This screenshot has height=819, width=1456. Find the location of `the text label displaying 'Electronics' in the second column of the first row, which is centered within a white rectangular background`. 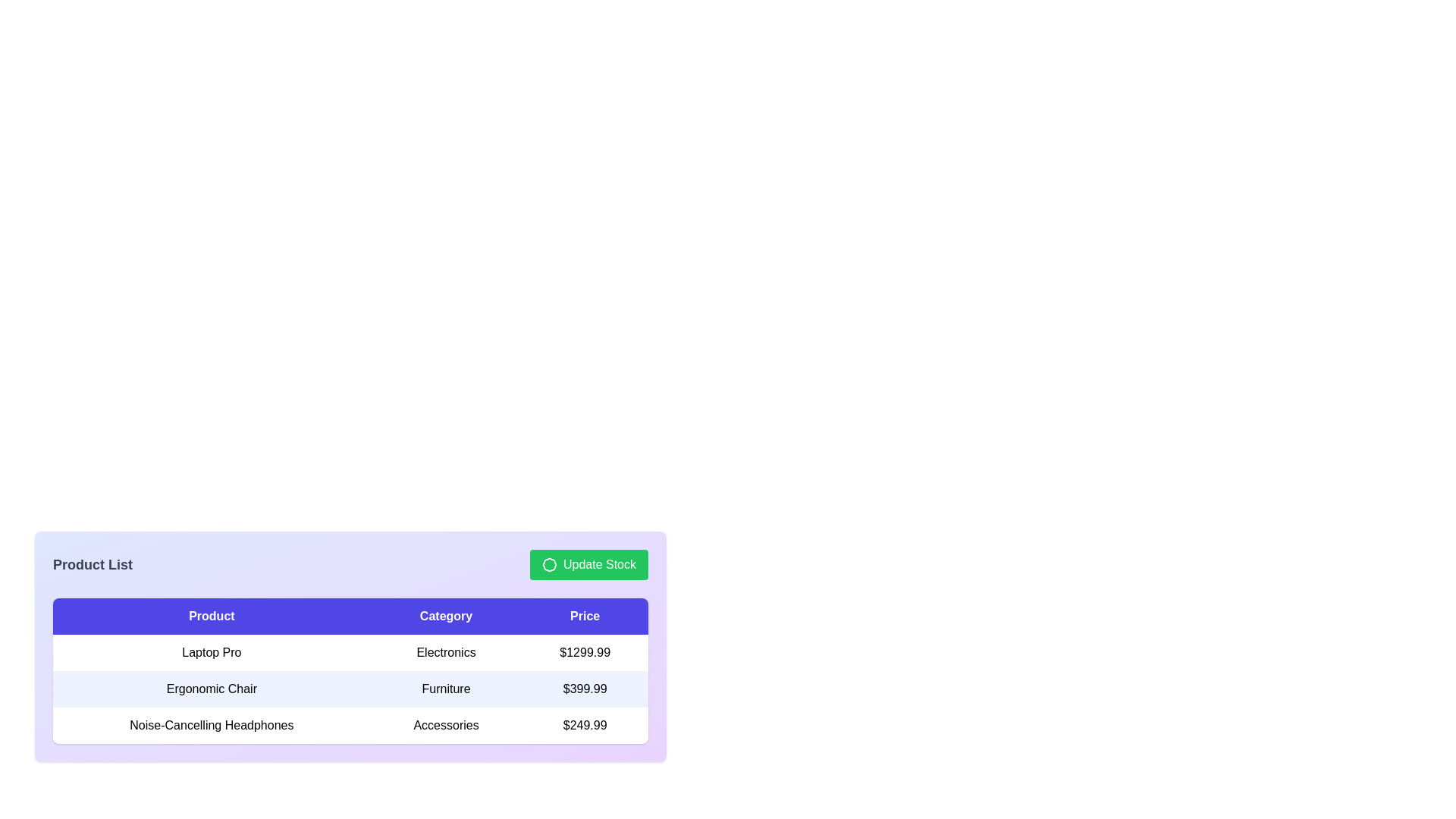

the text label displaying 'Electronics' in the second column of the first row, which is centered within a white rectangular background is located at coordinates (445, 651).